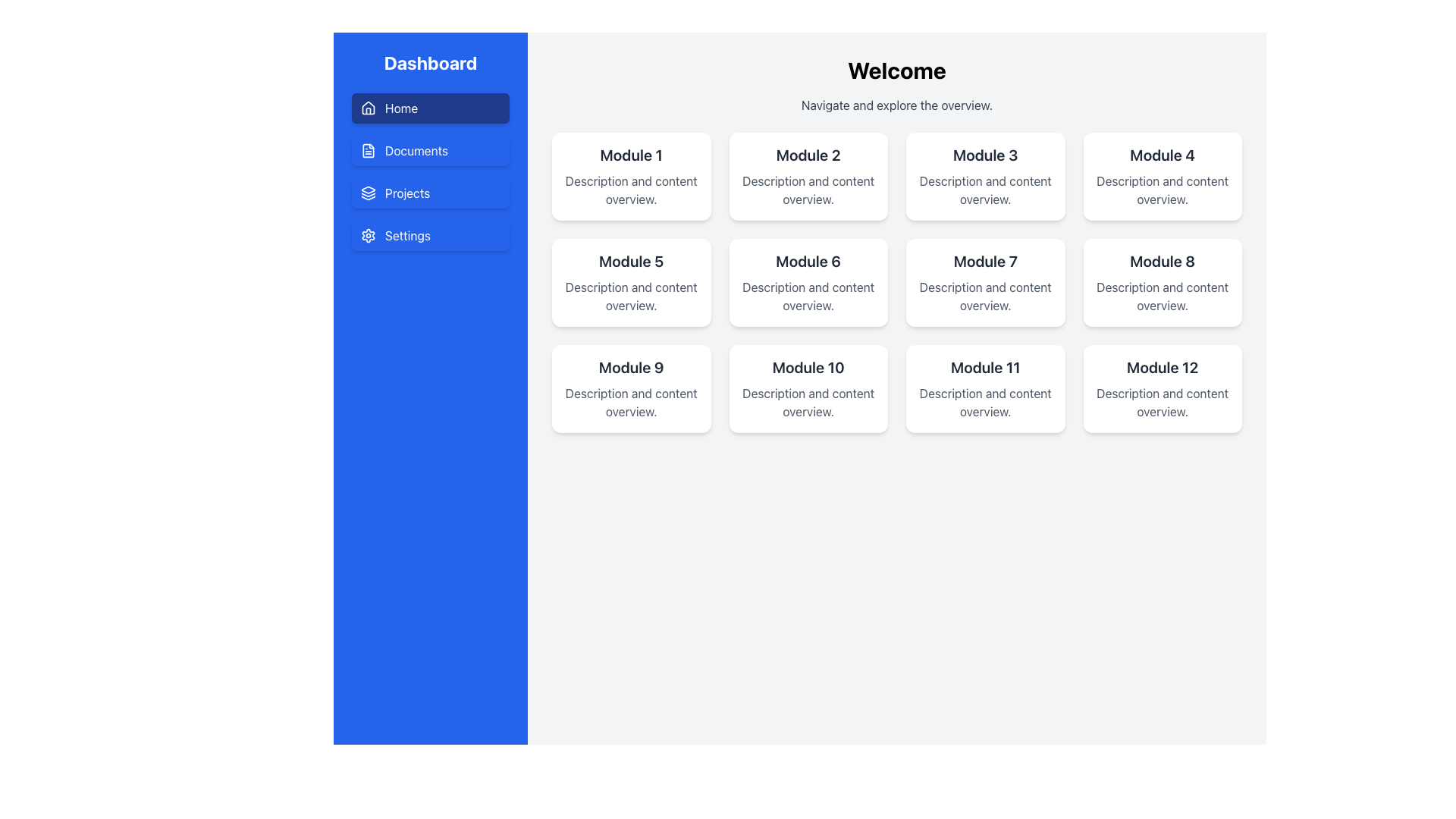 The image size is (1456, 819). Describe the element at coordinates (1162, 283) in the screenshot. I see `the Card representing 'Module 8' located in the second row and fourth column of the grid` at that location.